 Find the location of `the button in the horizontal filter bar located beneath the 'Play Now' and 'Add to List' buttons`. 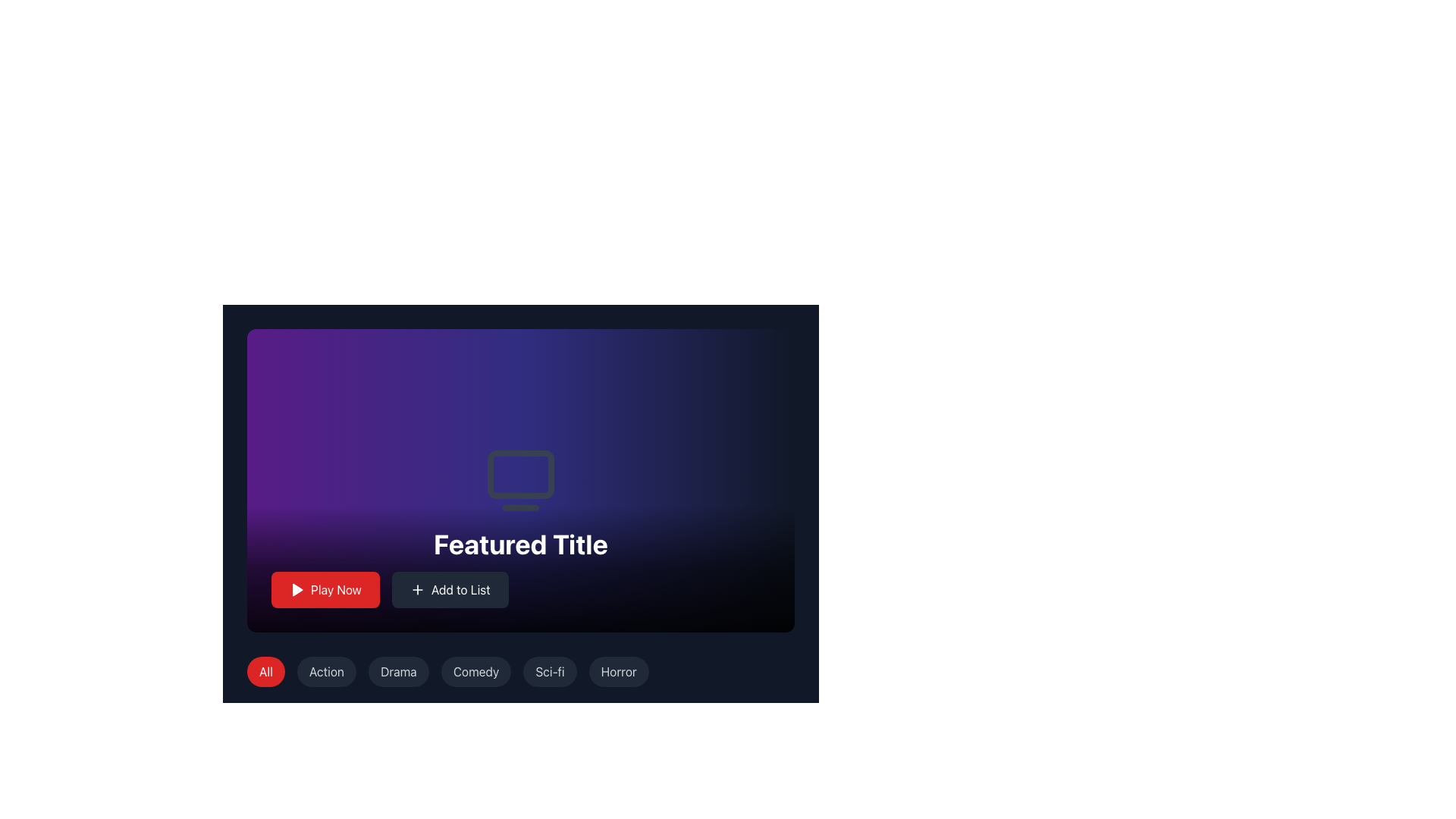

the button in the horizontal filter bar located beneath the 'Play Now' and 'Add to List' buttons is located at coordinates (520, 677).